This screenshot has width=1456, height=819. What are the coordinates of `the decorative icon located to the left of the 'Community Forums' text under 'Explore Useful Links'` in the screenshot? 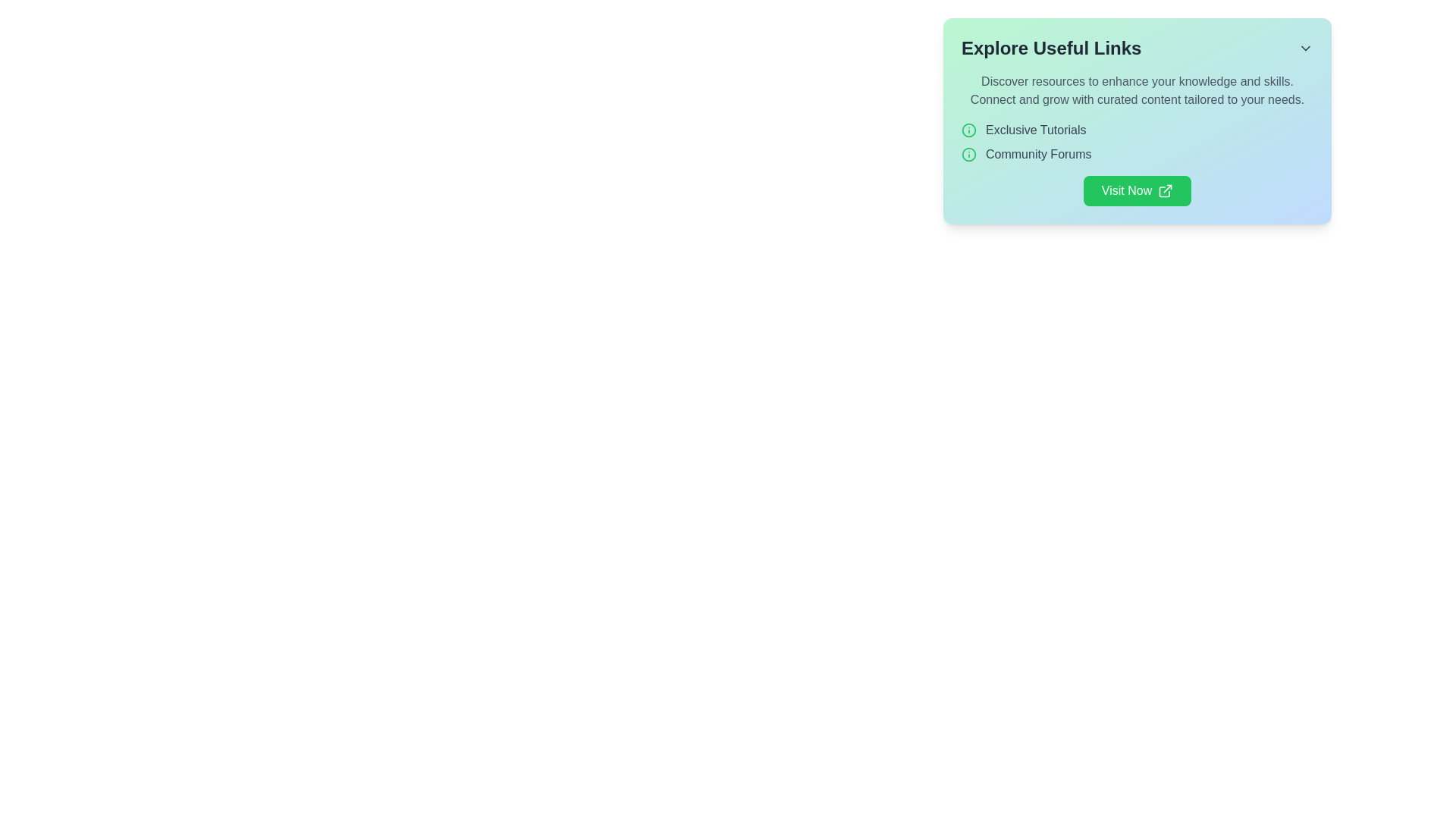 It's located at (968, 155).